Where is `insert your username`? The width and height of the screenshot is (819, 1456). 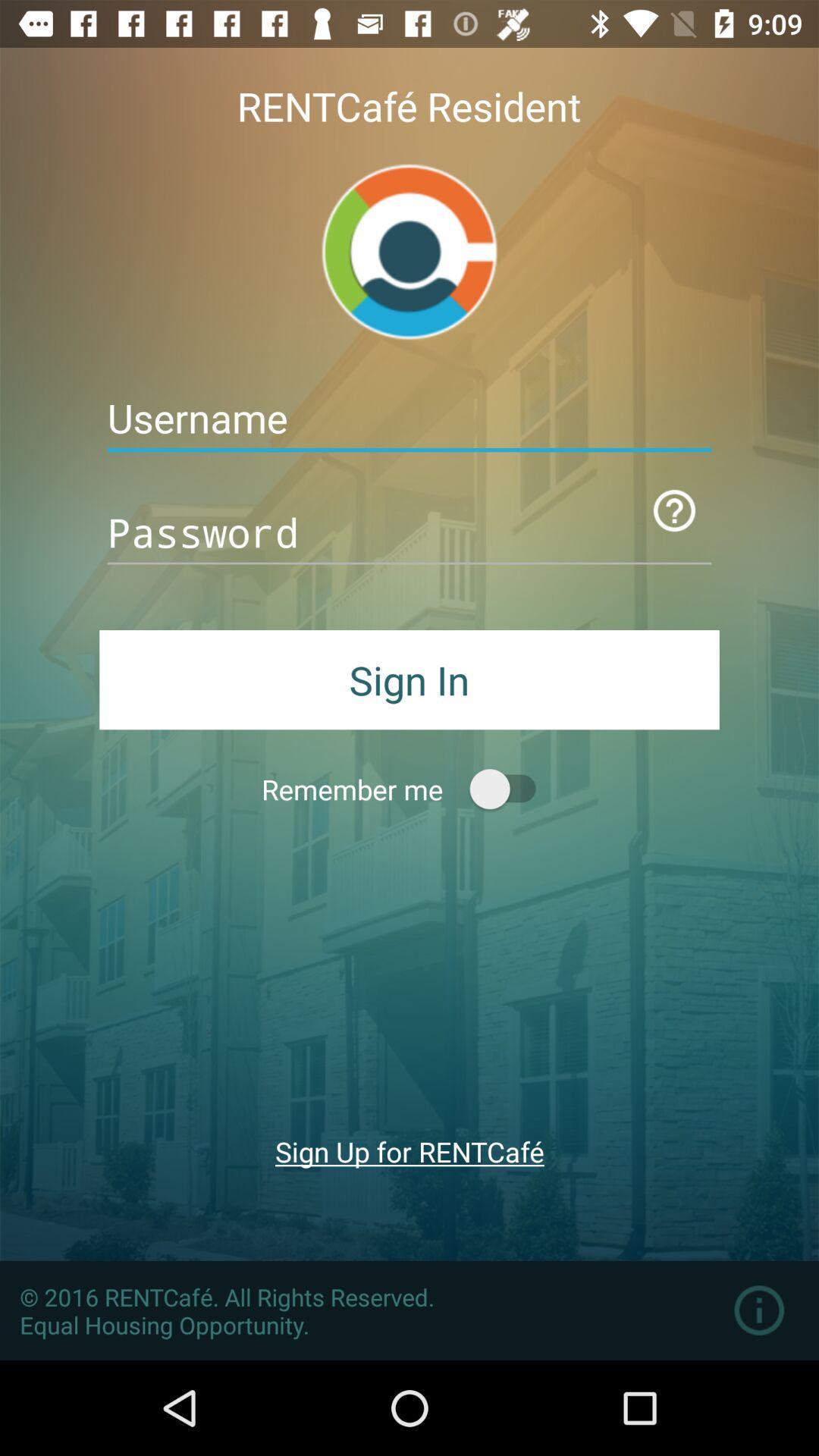 insert your username is located at coordinates (409, 419).